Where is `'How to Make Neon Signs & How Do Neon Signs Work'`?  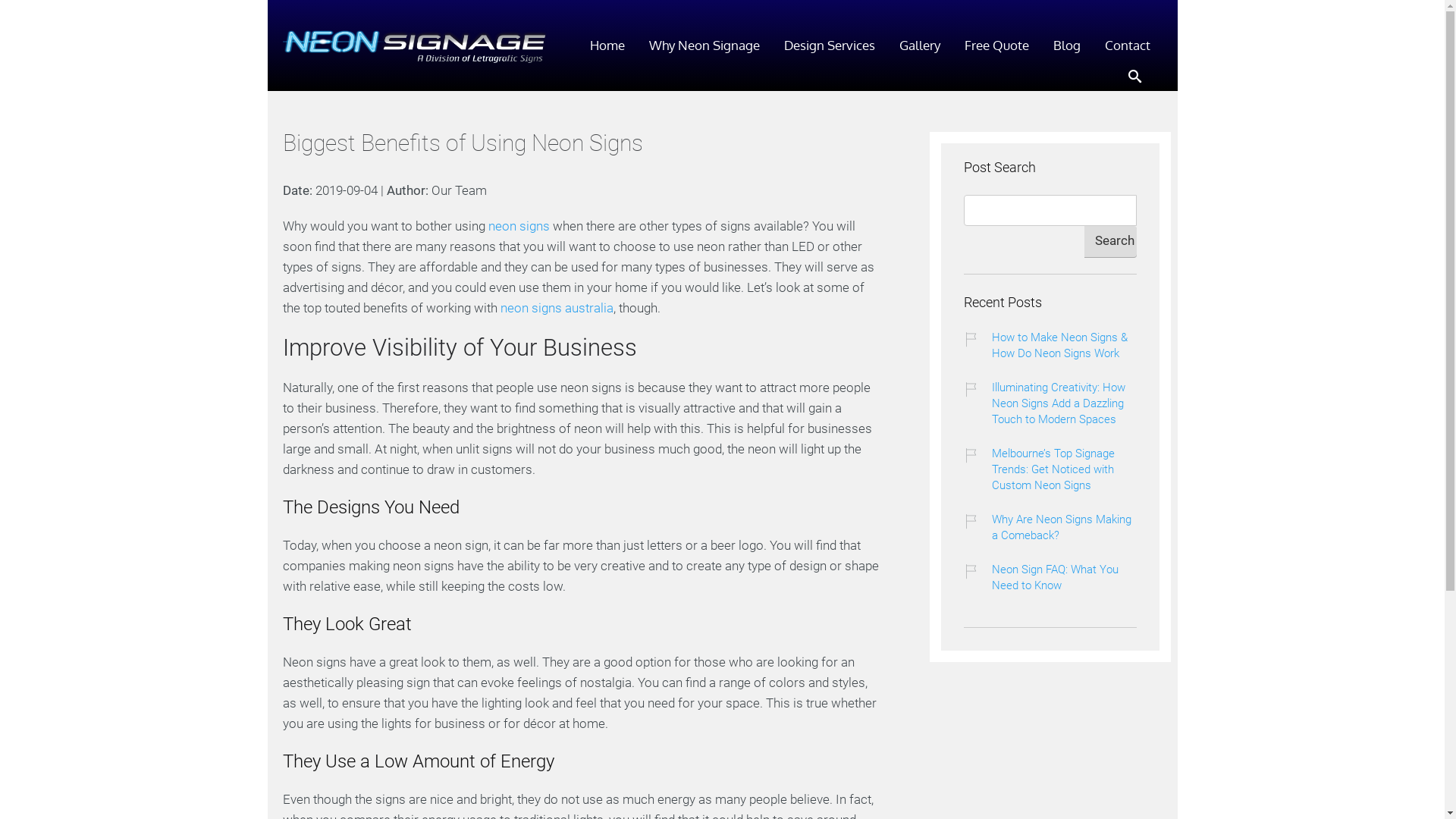 'How to Make Neon Signs & How Do Neon Signs Work' is located at coordinates (1063, 345).